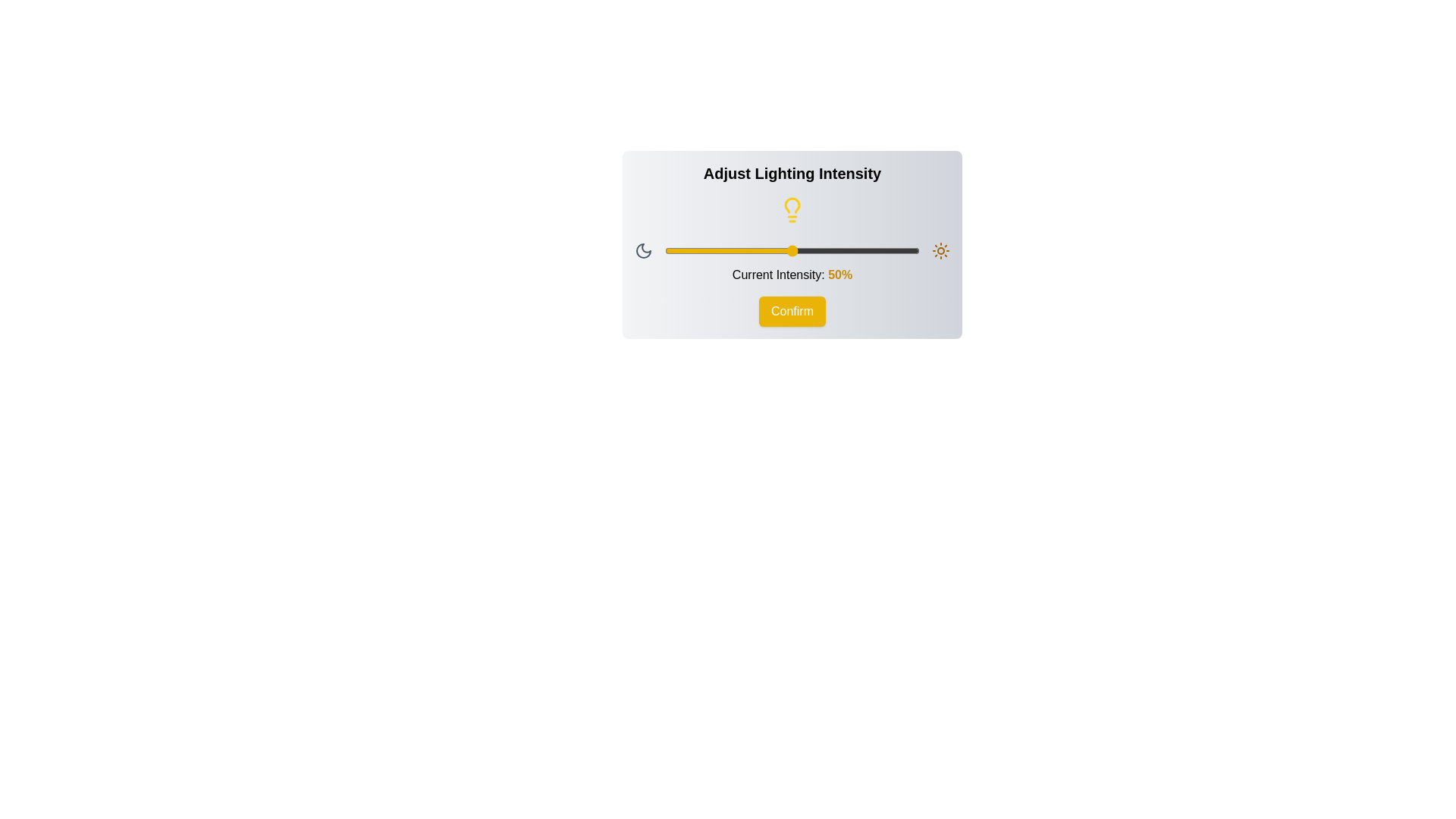 Image resolution: width=1456 pixels, height=819 pixels. Describe the element at coordinates (644, 250) in the screenshot. I see `the Moon icon to interact with it` at that location.